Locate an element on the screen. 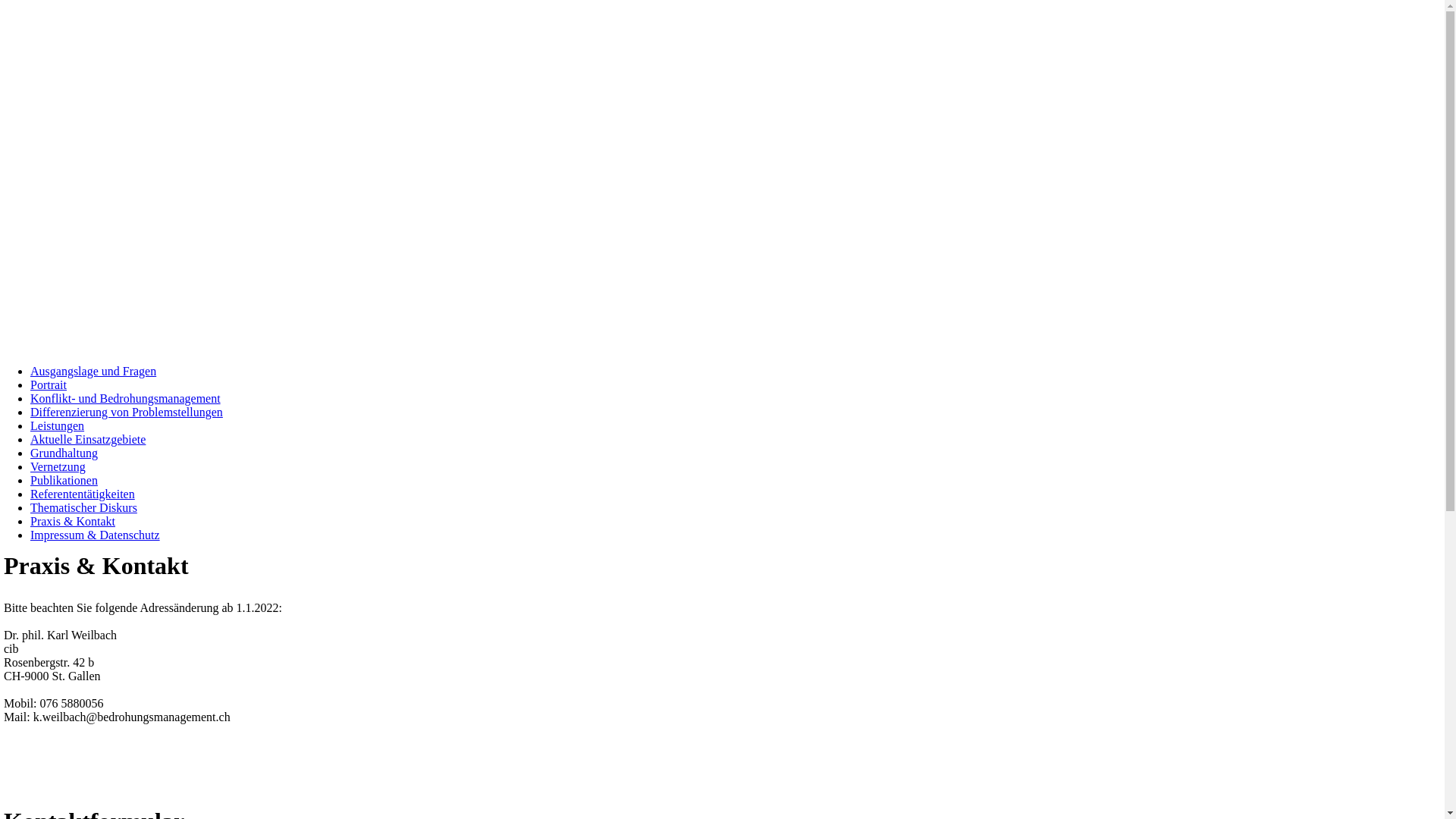 The image size is (1456, 819). 'Ausgangslage und Fragen' is located at coordinates (30, 371).